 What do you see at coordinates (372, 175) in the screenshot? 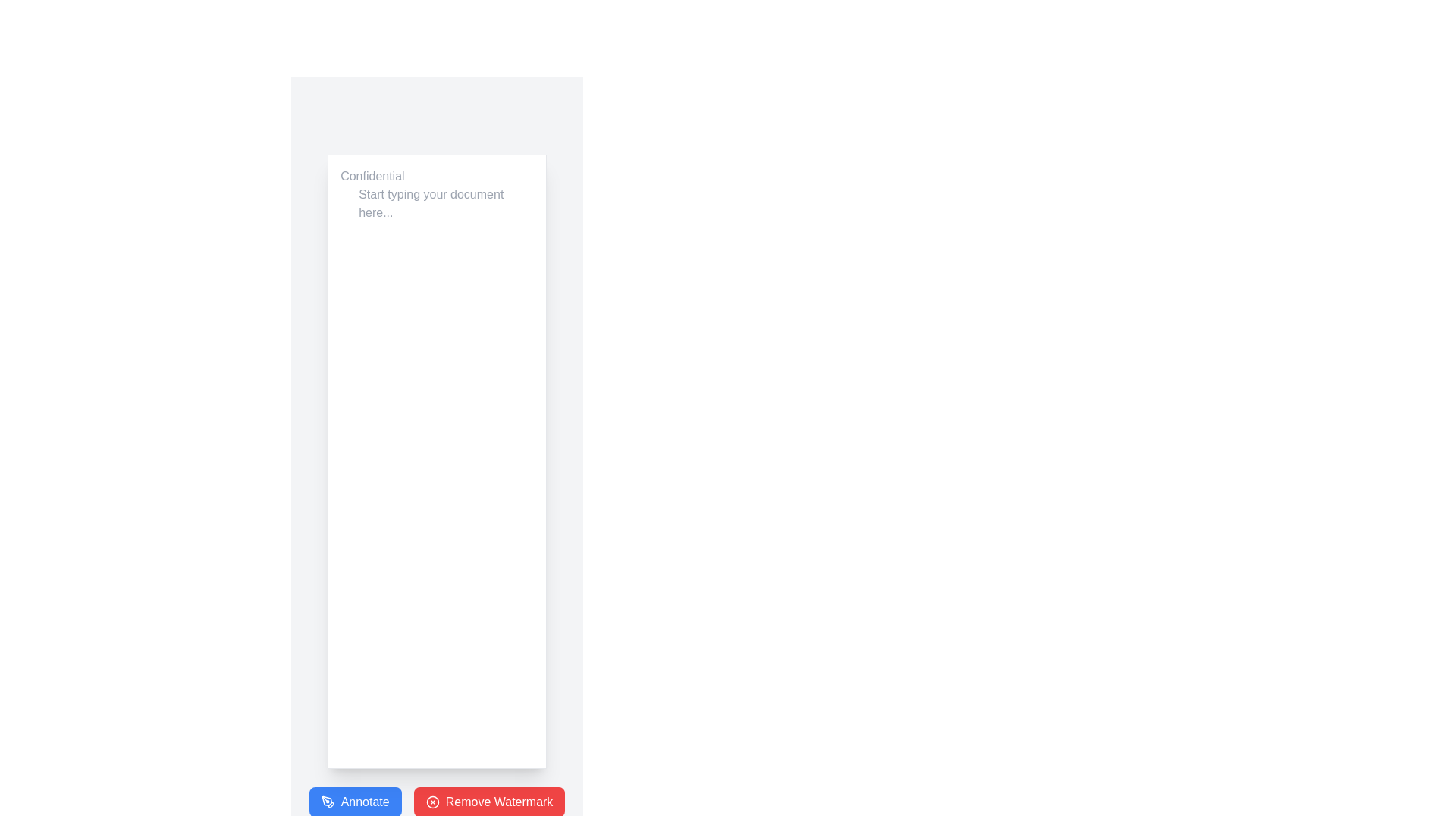
I see `the 'Confidential' text label, which is styled in light gray and located within a larger box component near the top-left corner` at bounding box center [372, 175].